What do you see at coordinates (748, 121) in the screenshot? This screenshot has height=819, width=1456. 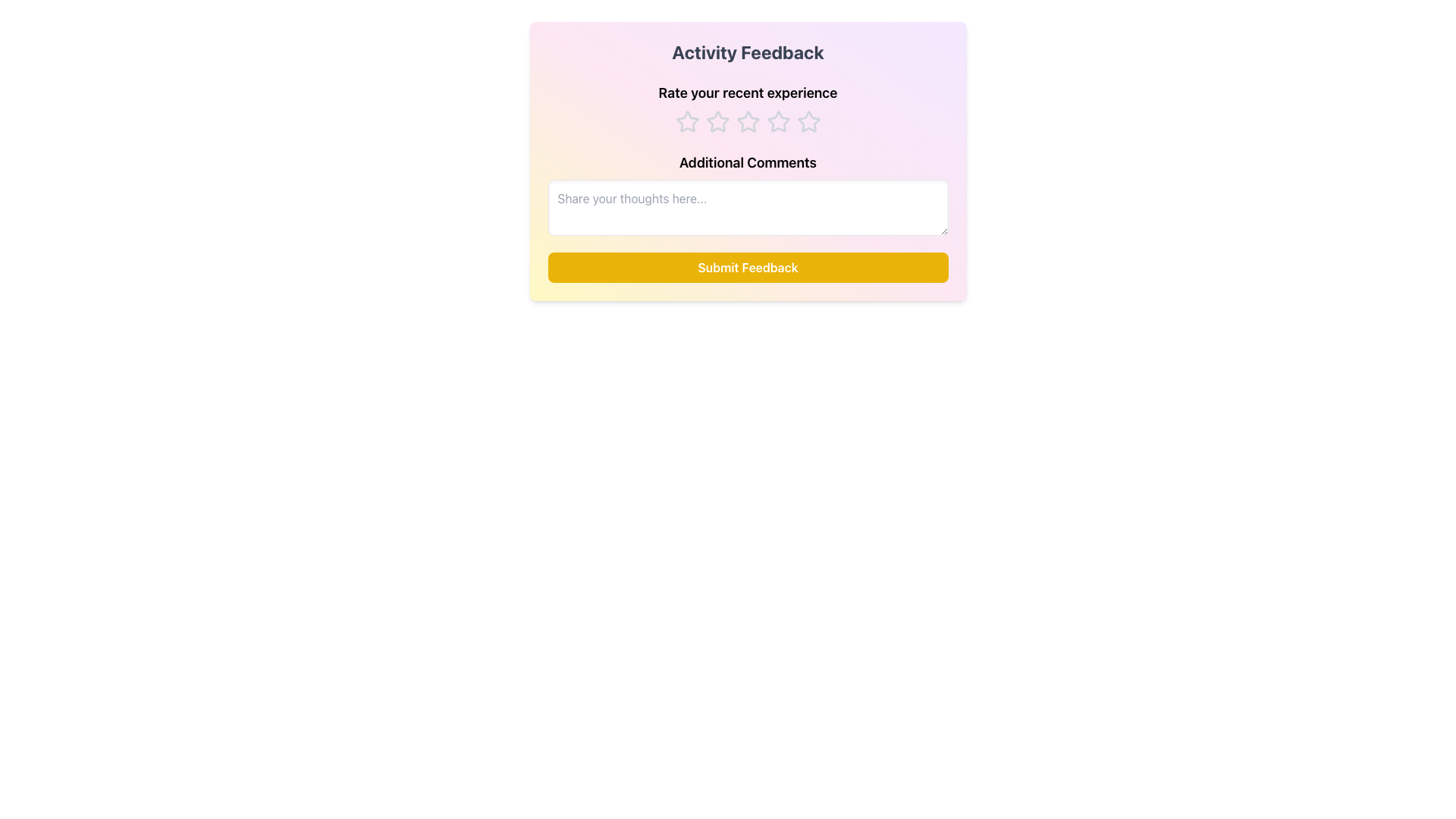 I see `the Rating Control, which consists of five aligned star icons styled in light gray, located in the feedback form section titled 'Rate your recent experience'` at bounding box center [748, 121].